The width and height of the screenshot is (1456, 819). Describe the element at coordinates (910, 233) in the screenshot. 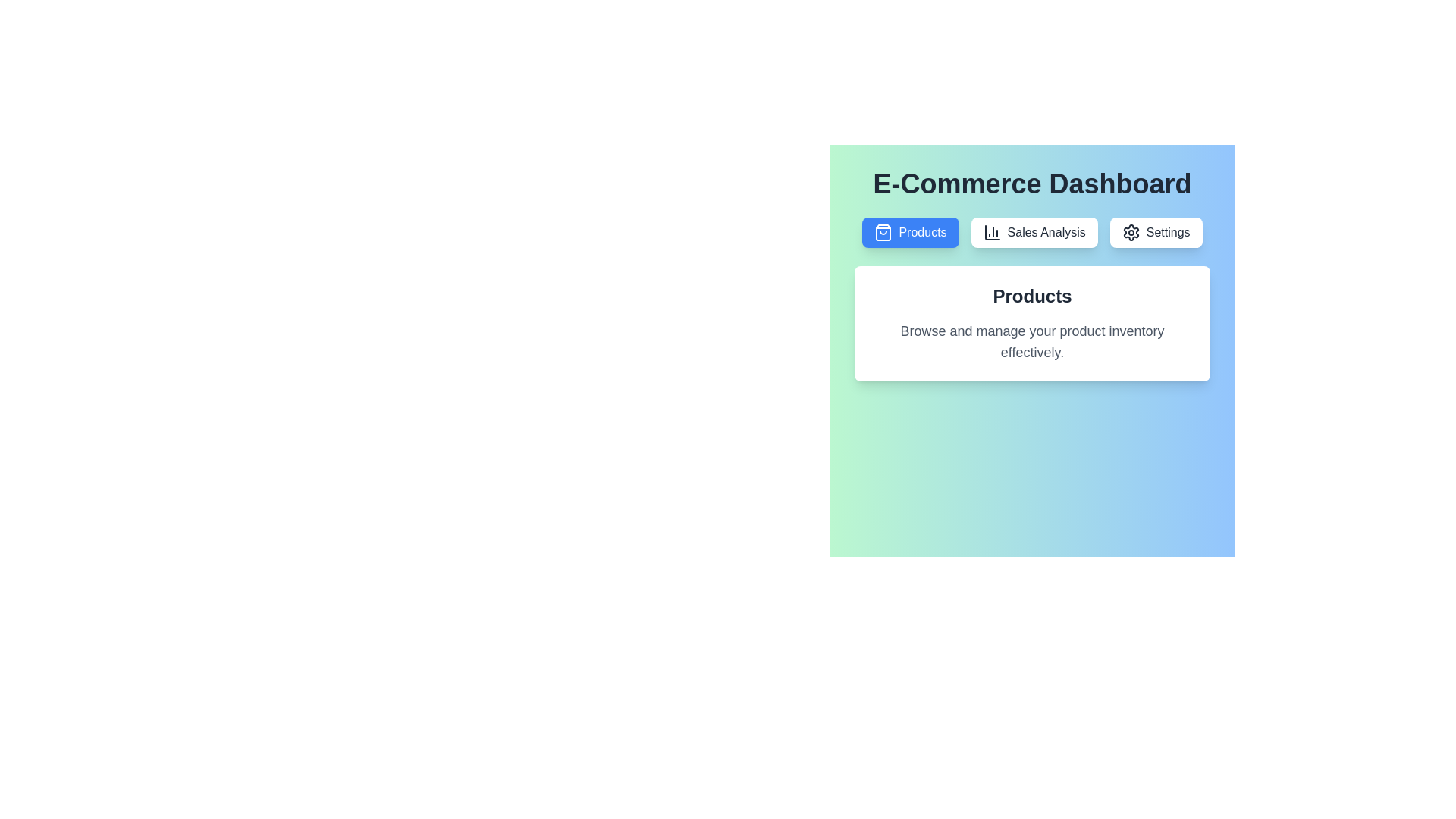

I see `the tab labeled Products to switch to it` at that location.